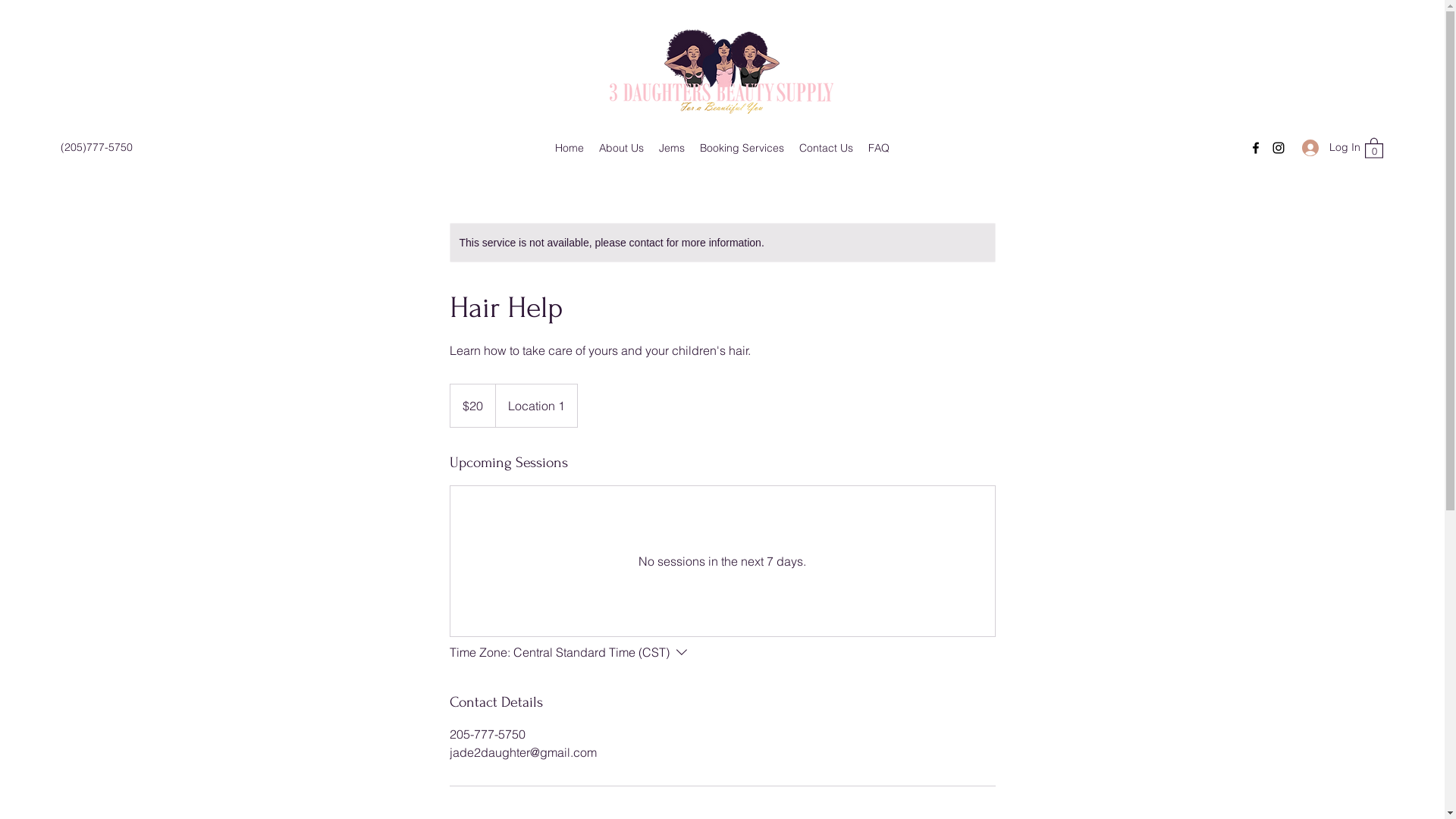  I want to click on 'Jems', so click(671, 148).